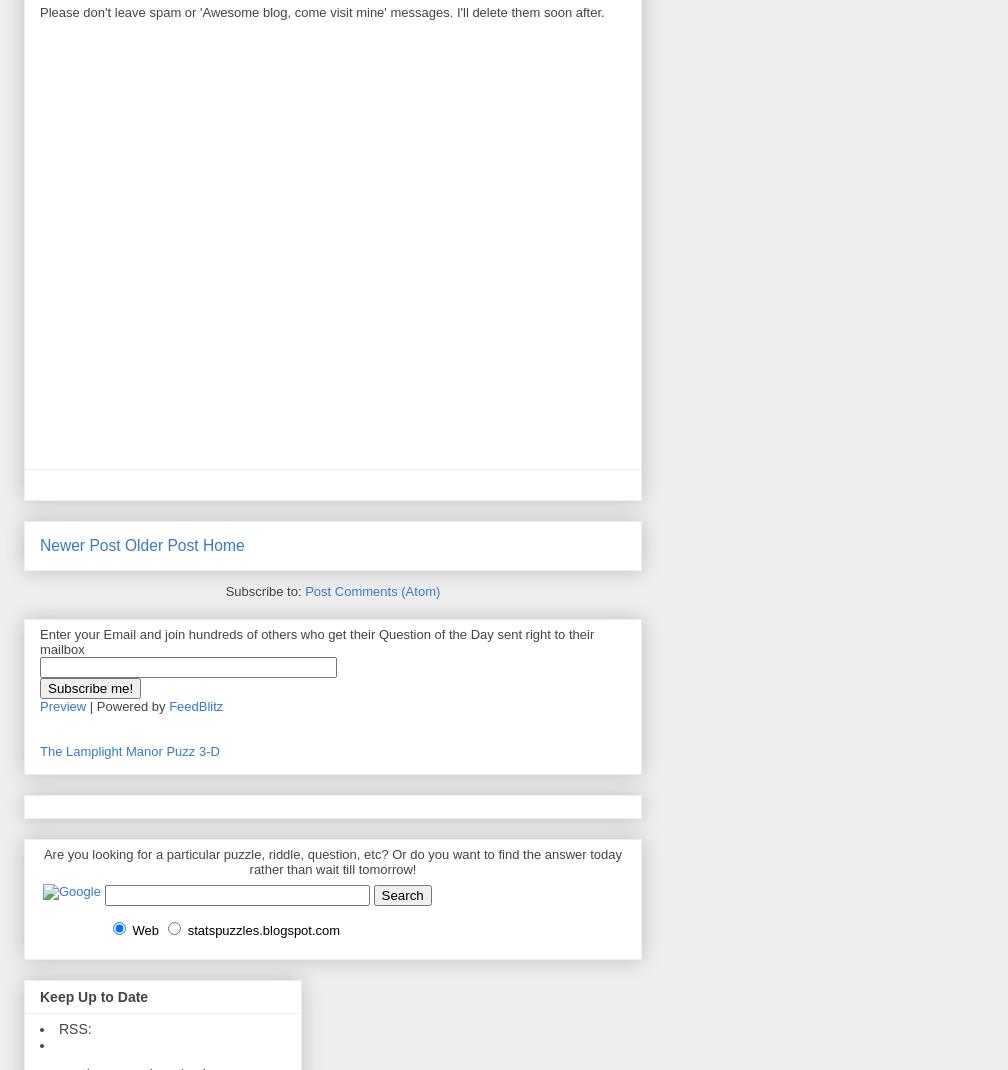 The height and width of the screenshot is (1070, 1008). I want to click on 'Are you looking for a particular puzzle, riddle, question, etc? Or do you want to find the answer today rather than wait till tomorrow!', so click(332, 861).